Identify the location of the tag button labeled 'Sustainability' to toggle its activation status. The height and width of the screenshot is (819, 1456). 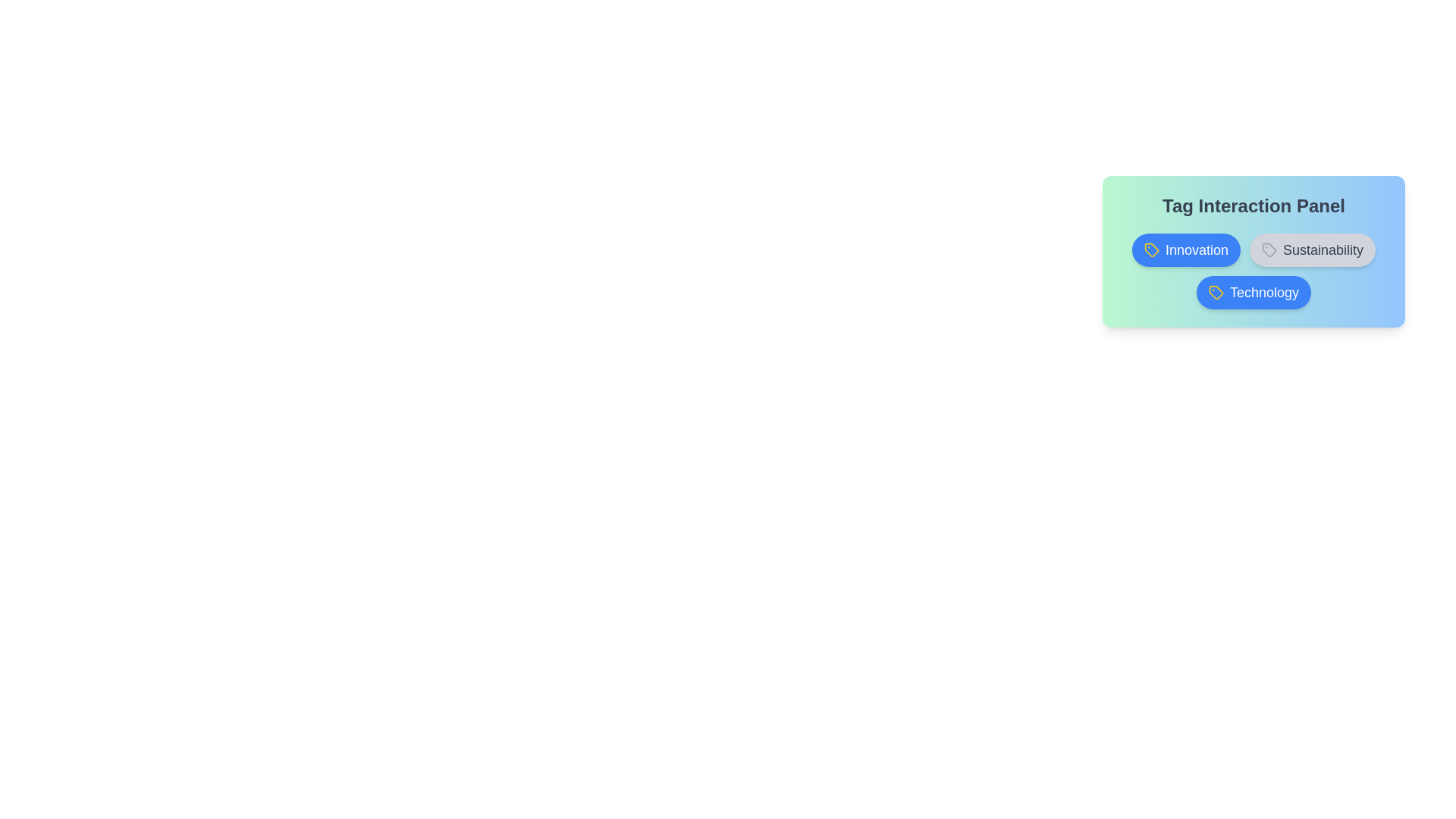
(1312, 249).